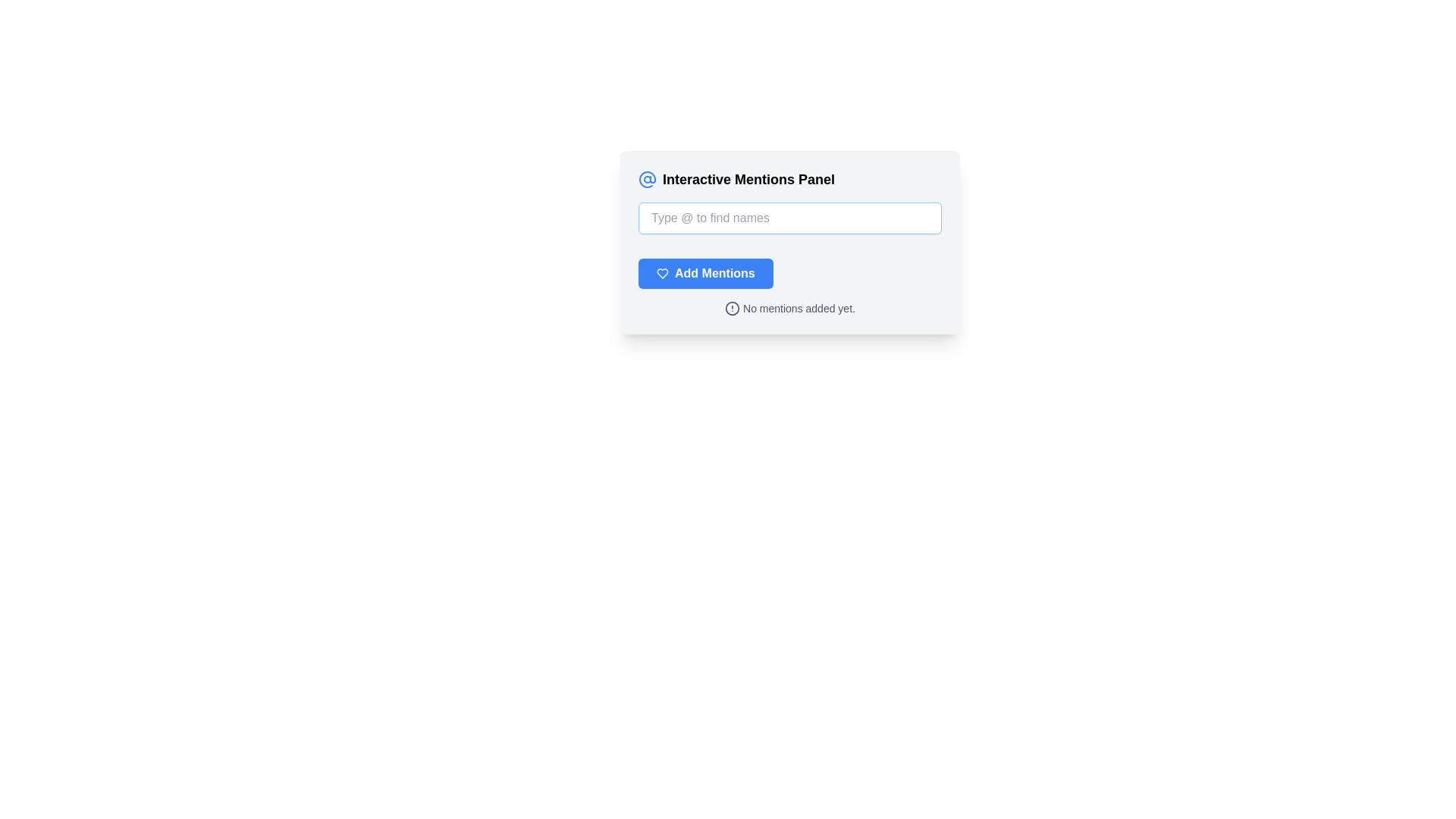 Image resolution: width=1456 pixels, height=819 pixels. Describe the element at coordinates (733, 308) in the screenshot. I see `the warning sign icon located to the left of the 'No mentions added yet.' text in the footer of the mentions panel` at that location.